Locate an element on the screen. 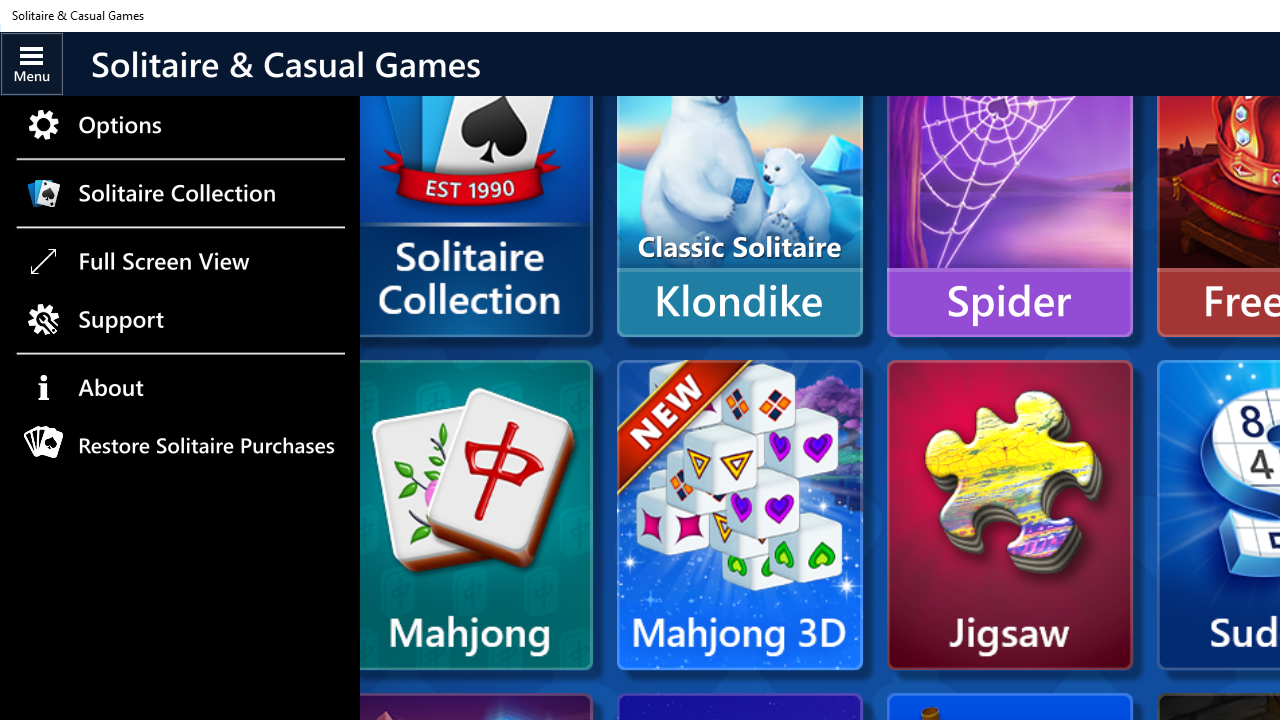 The width and height of the screenshot is (1280, 720). 'About' is located at coordinates (179, 388).